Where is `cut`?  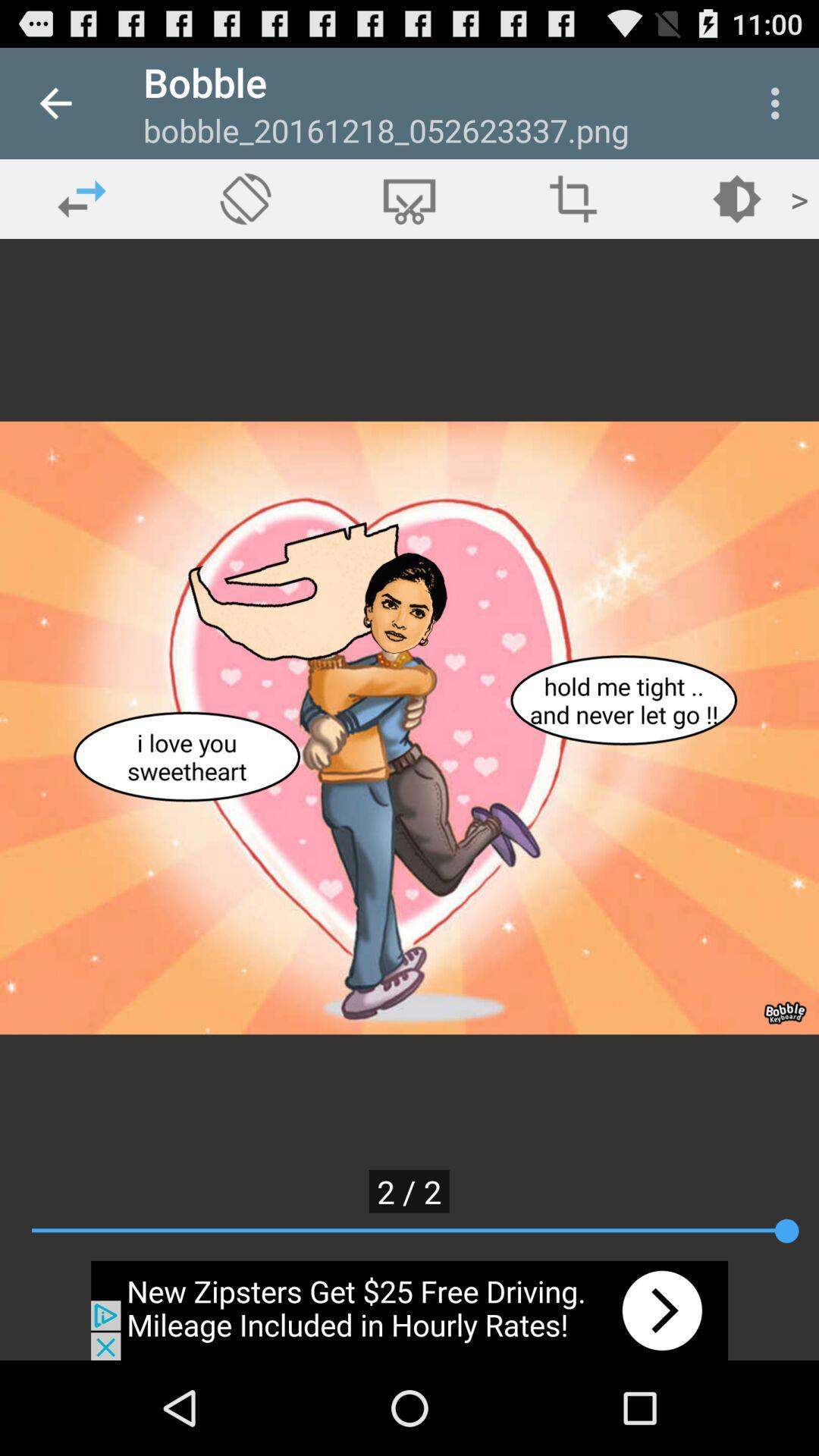 cut is located at coordinates (409, 198).